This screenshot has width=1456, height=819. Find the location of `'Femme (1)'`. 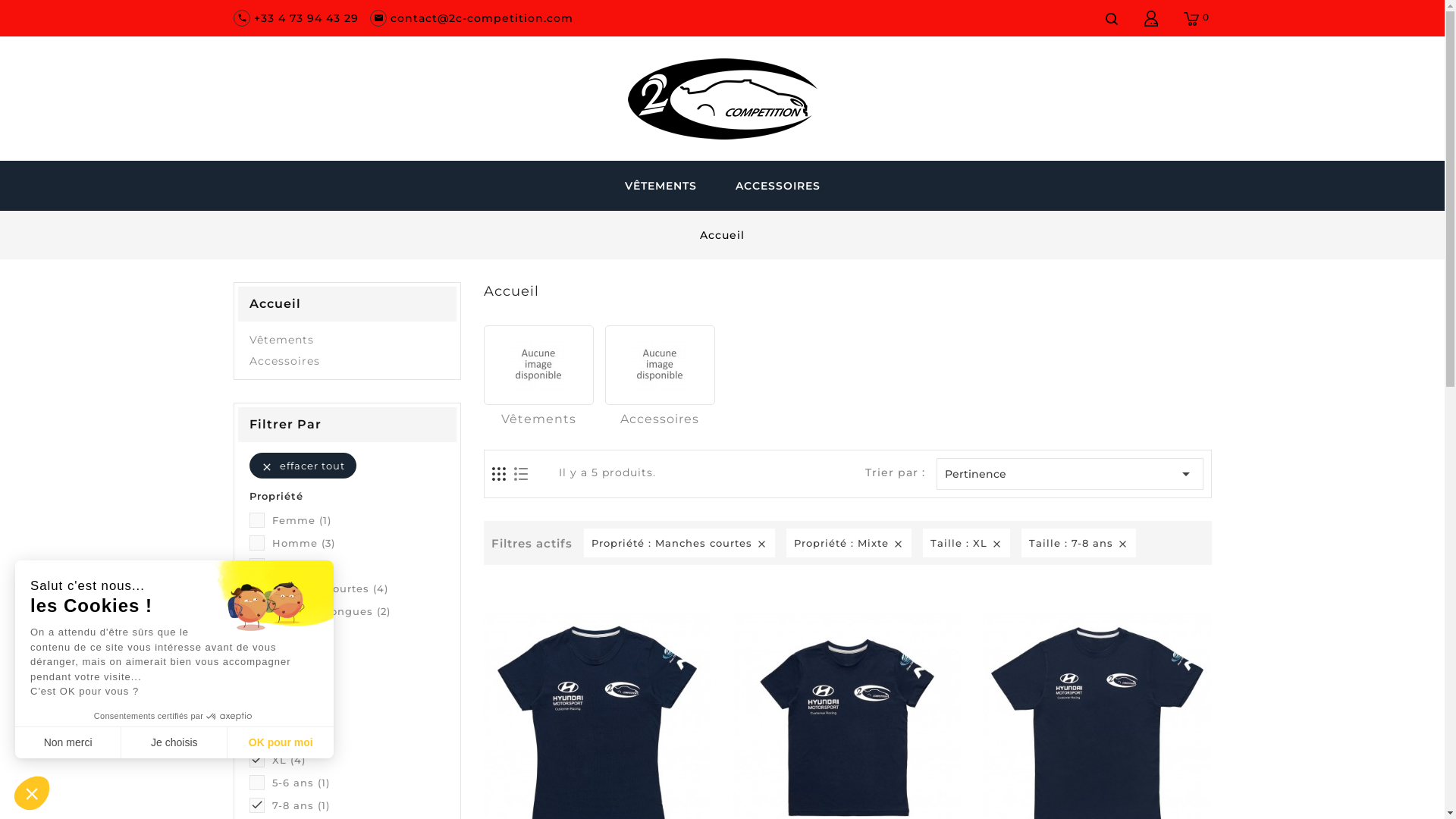

'Femme (1)' is located at coordinates (356, 519).